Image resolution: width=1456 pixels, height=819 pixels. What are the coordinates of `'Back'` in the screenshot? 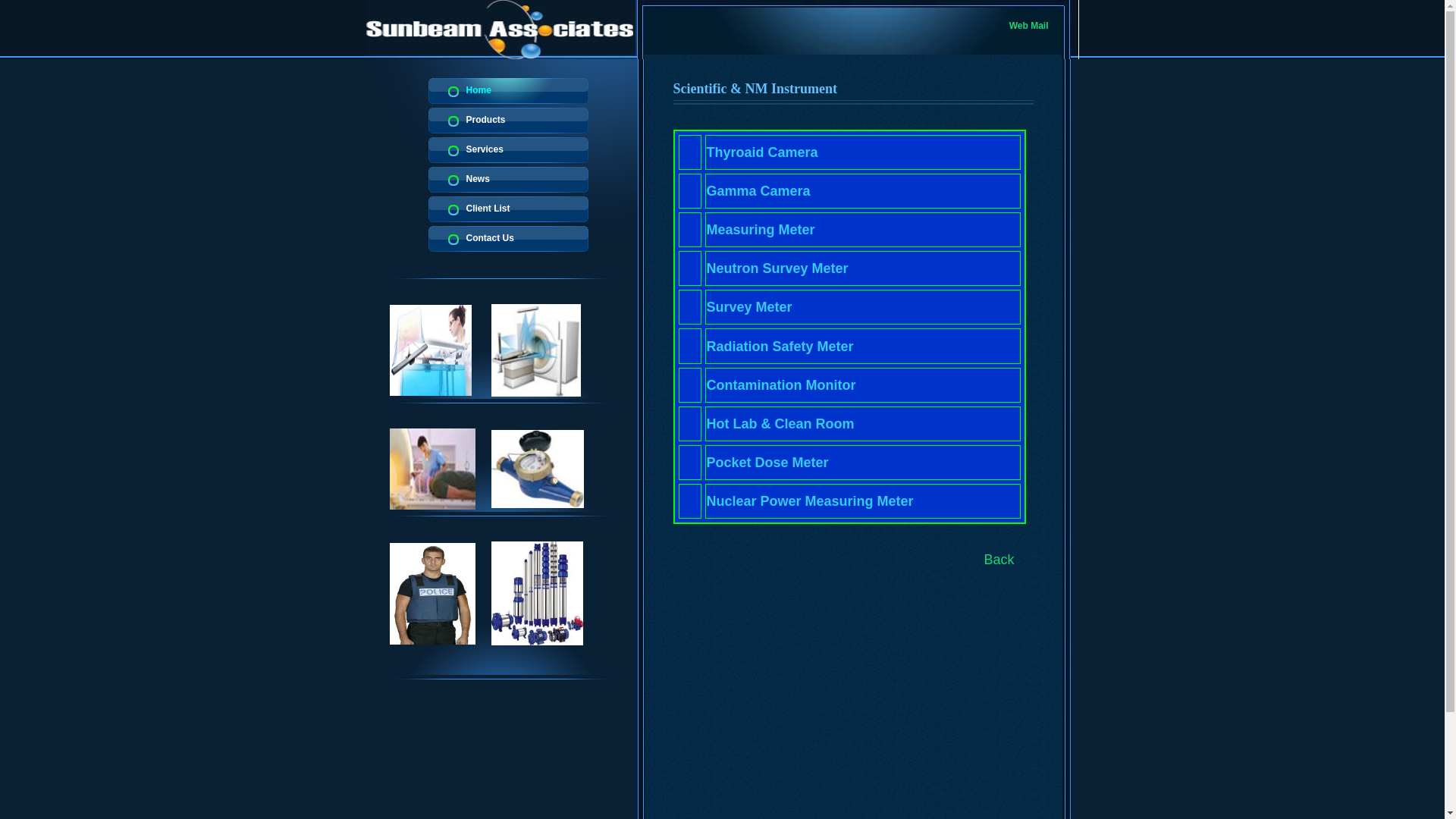 It's located at (999, 559).